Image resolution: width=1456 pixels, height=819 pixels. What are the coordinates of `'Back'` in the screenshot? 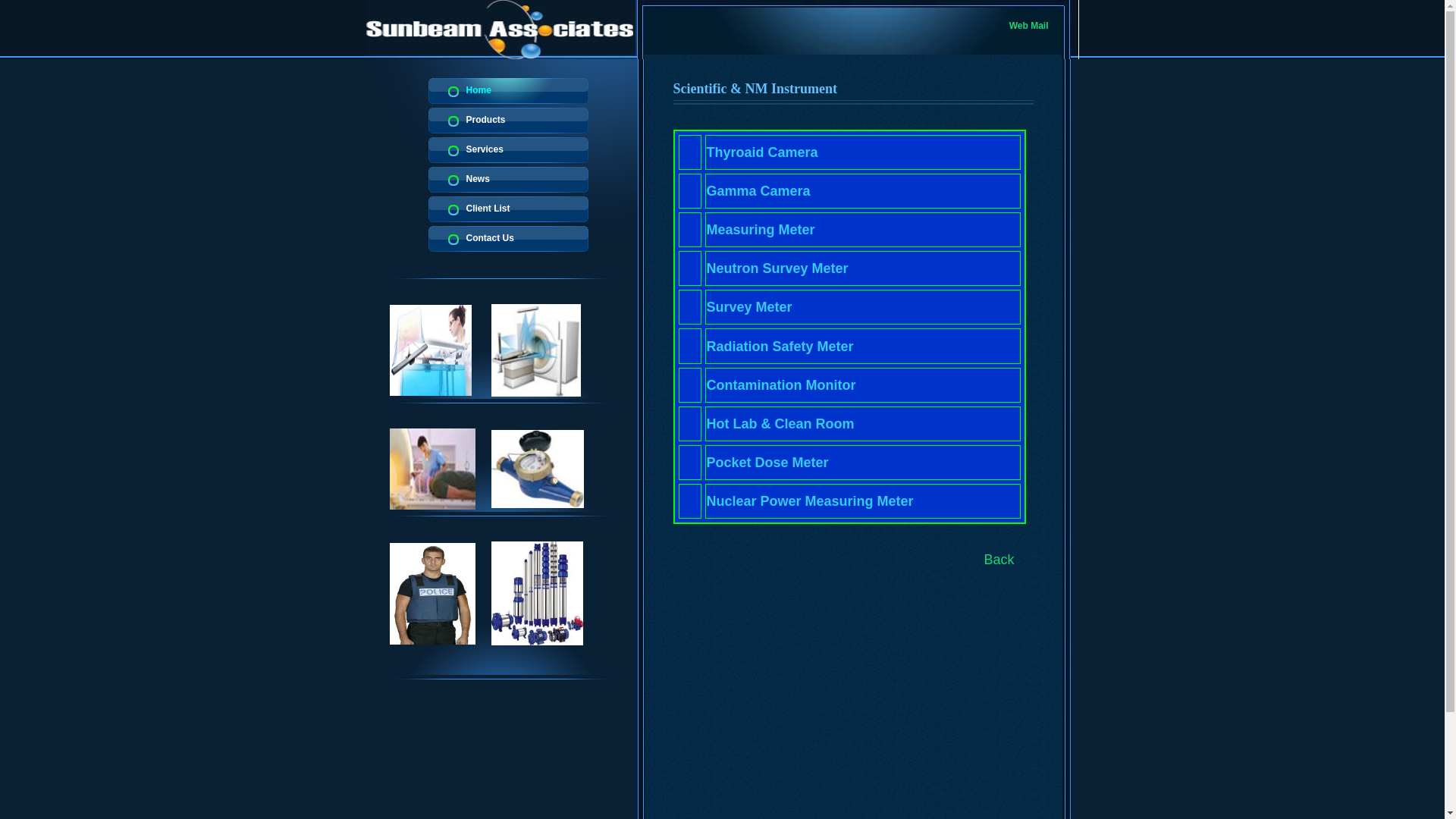 It's located at (999, 559).